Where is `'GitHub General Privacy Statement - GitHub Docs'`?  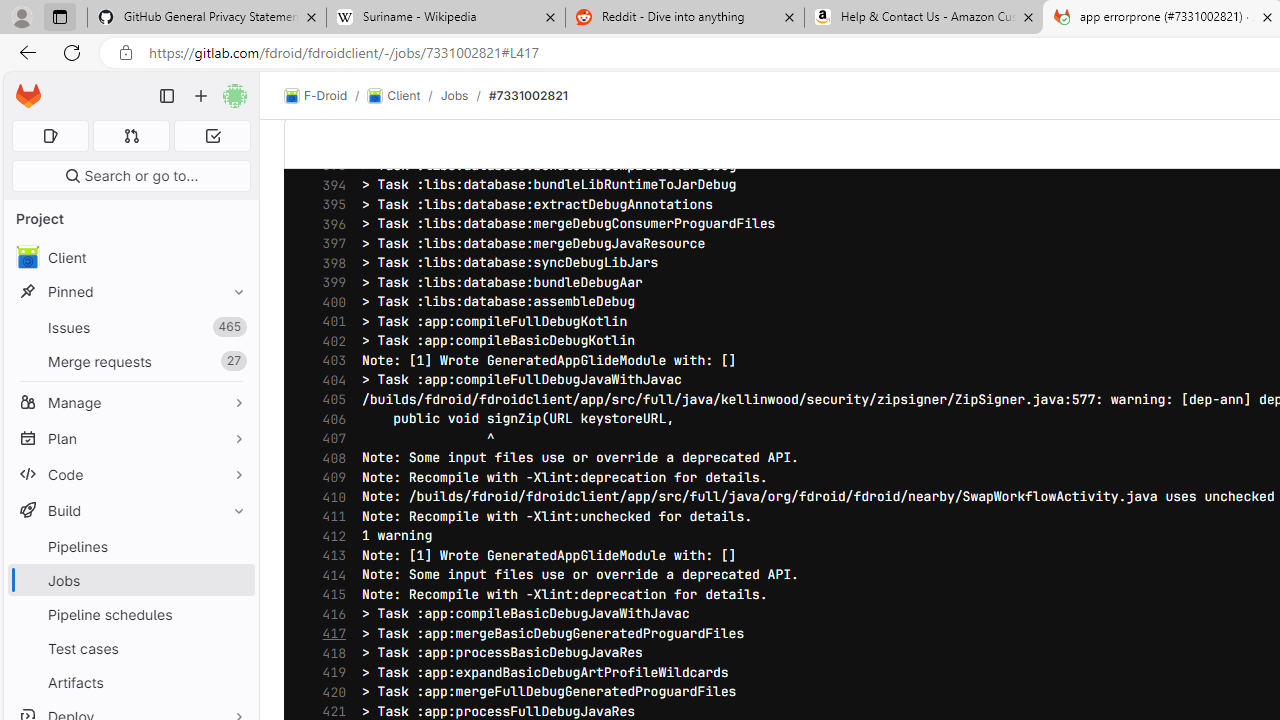 'GitHub General Privacy Statement - GitHub Docs' is located at coordinates (207, 17).